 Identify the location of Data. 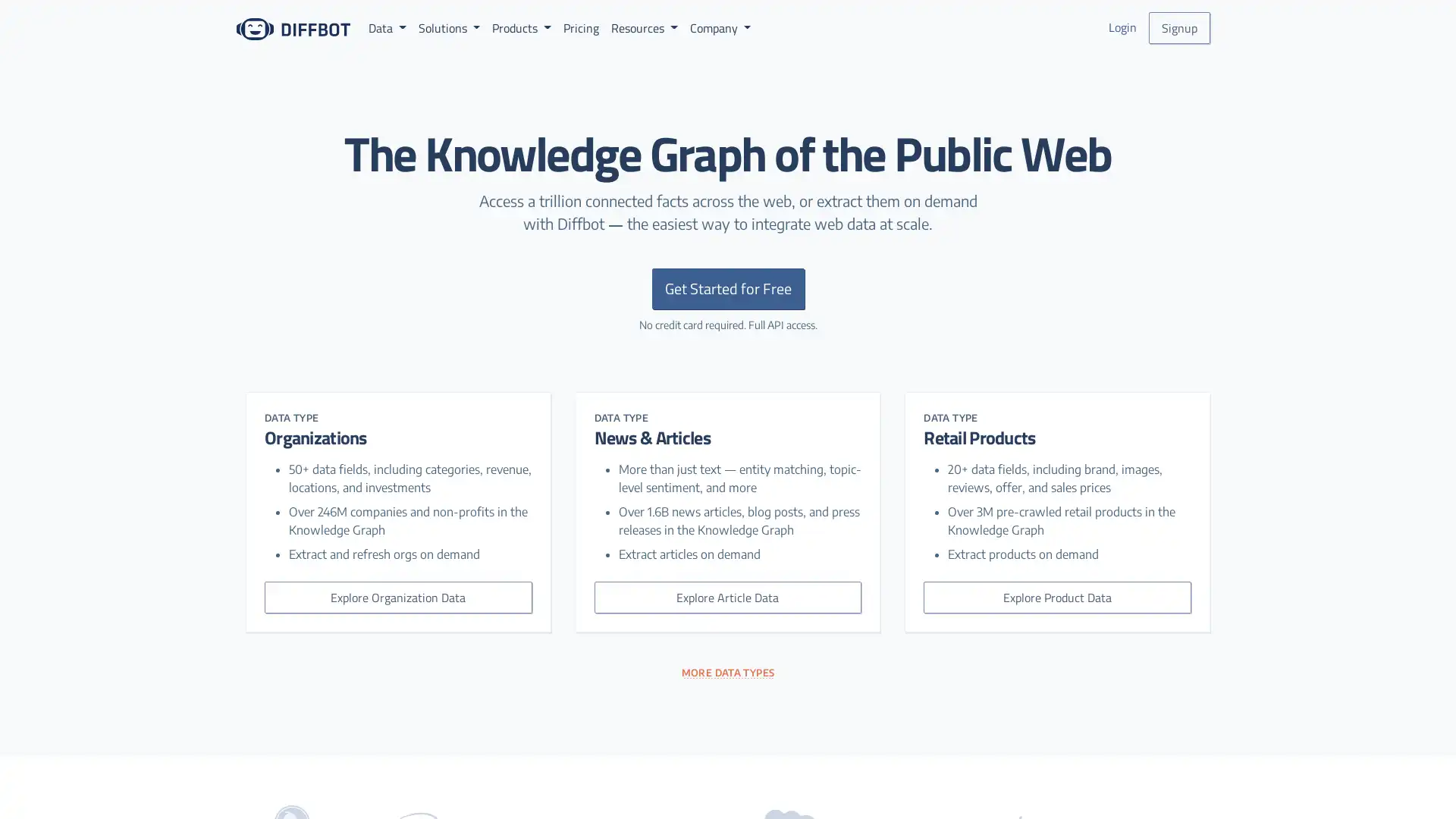
(387, 28).